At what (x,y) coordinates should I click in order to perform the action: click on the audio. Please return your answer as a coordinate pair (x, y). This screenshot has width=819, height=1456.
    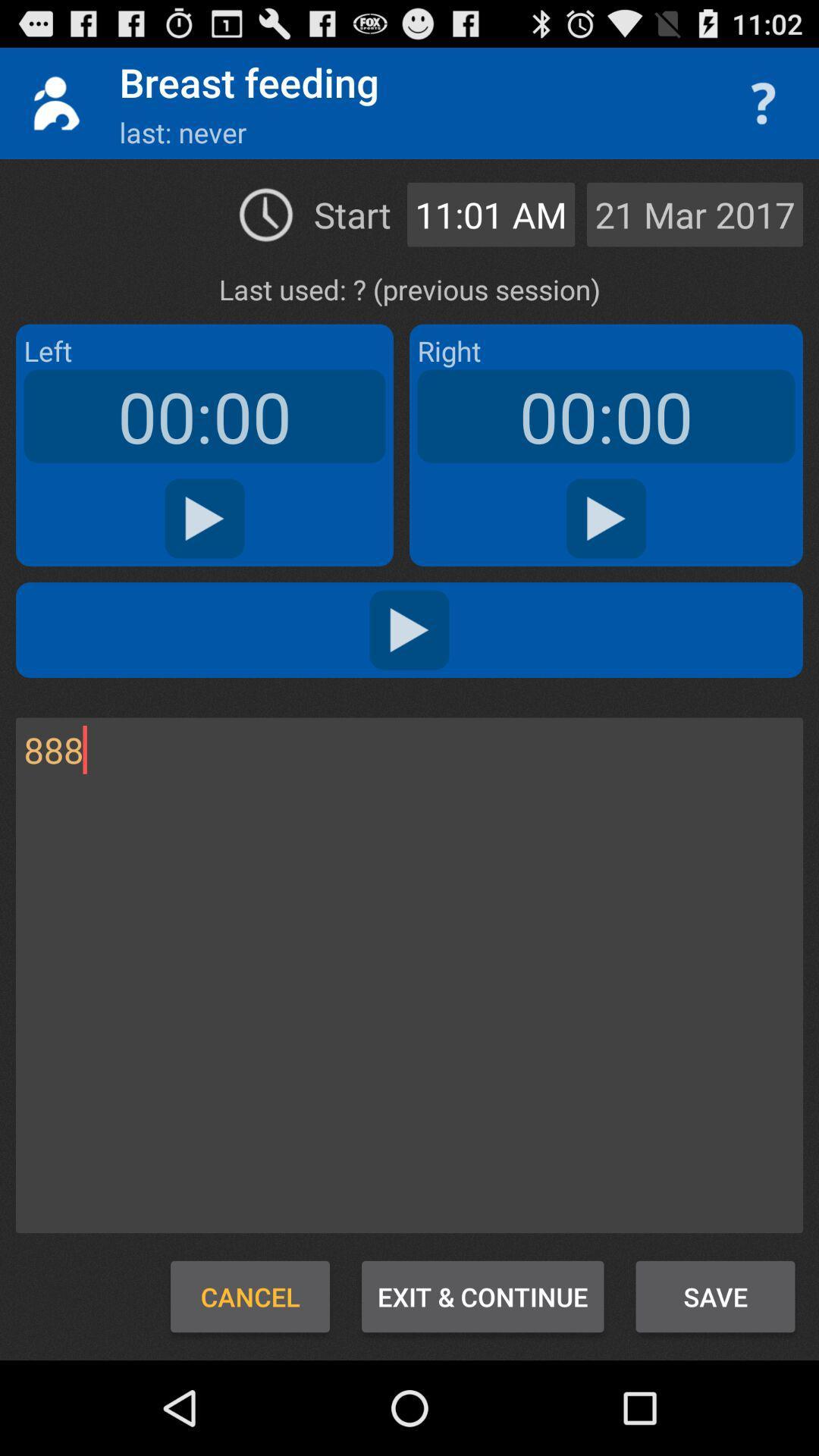
    Looking at the image, I should click on (409, 629).